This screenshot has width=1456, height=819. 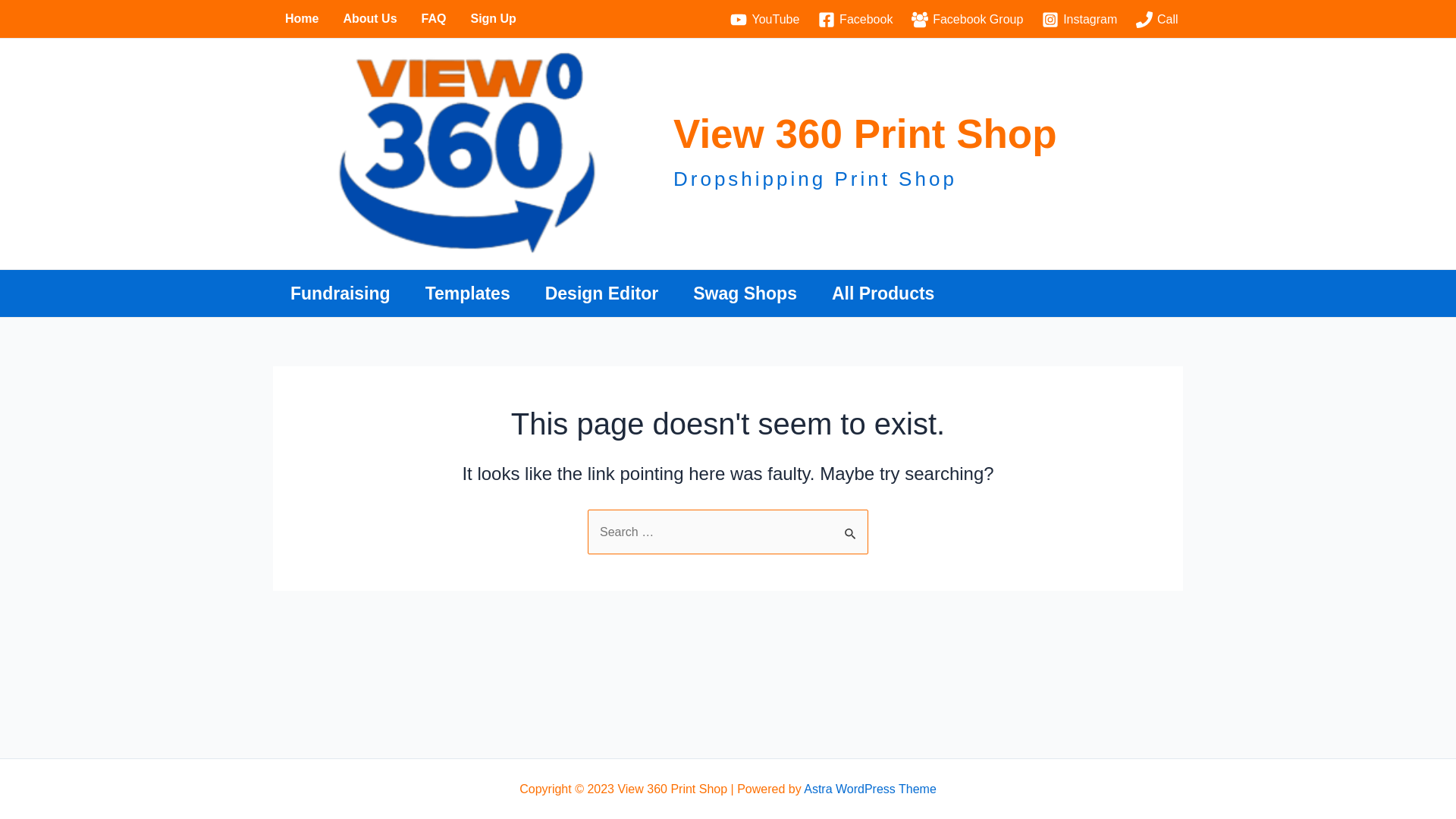 What do you see at coordinates (340, 293) in the screenshot?
I see `'Fundraising'` at bounding box center [340, 293].